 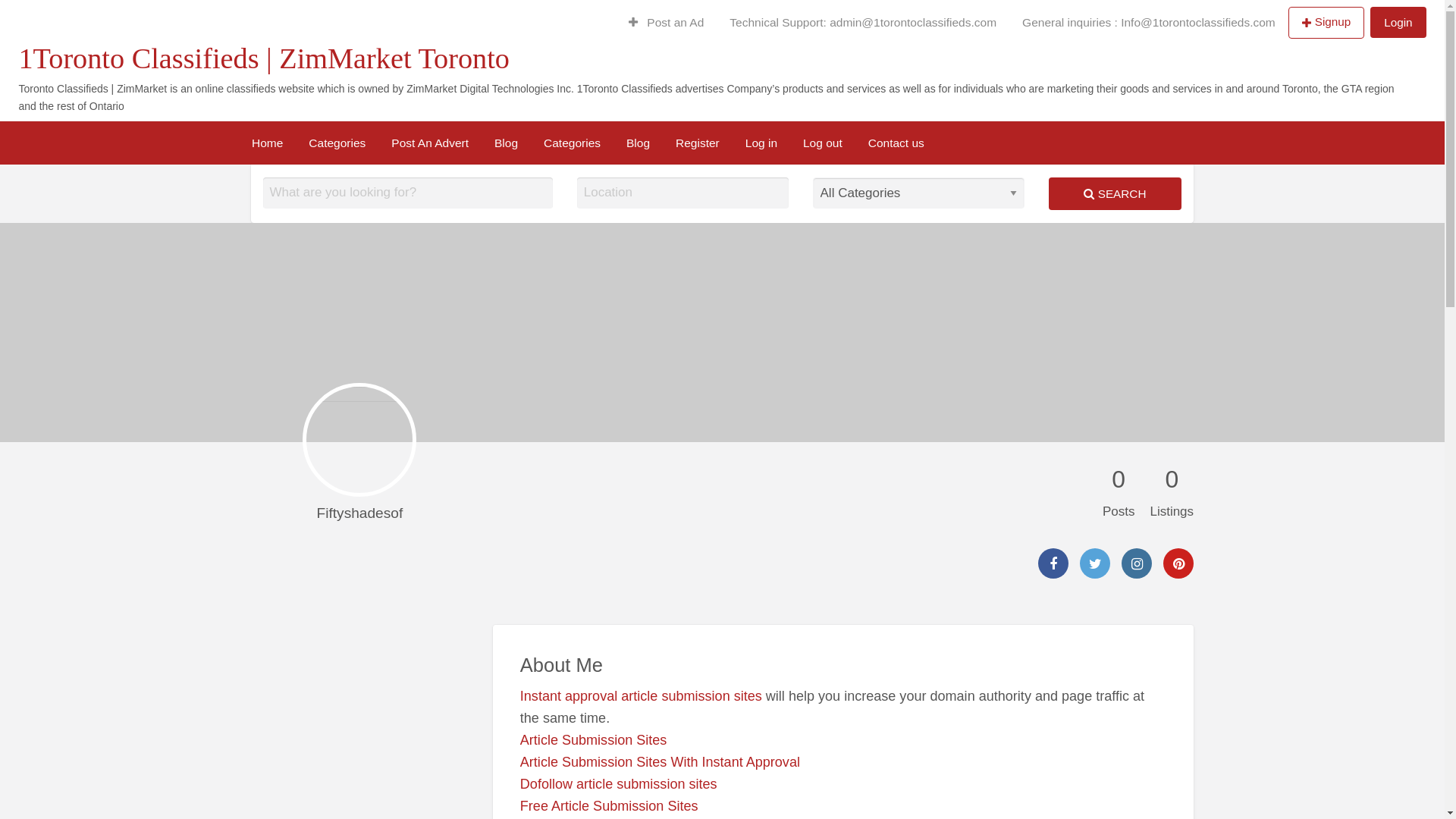 What do you see at coordinates (666, 22) in the screenshot?
I see `'Post an Ad'` at bounding box center [666, 22].